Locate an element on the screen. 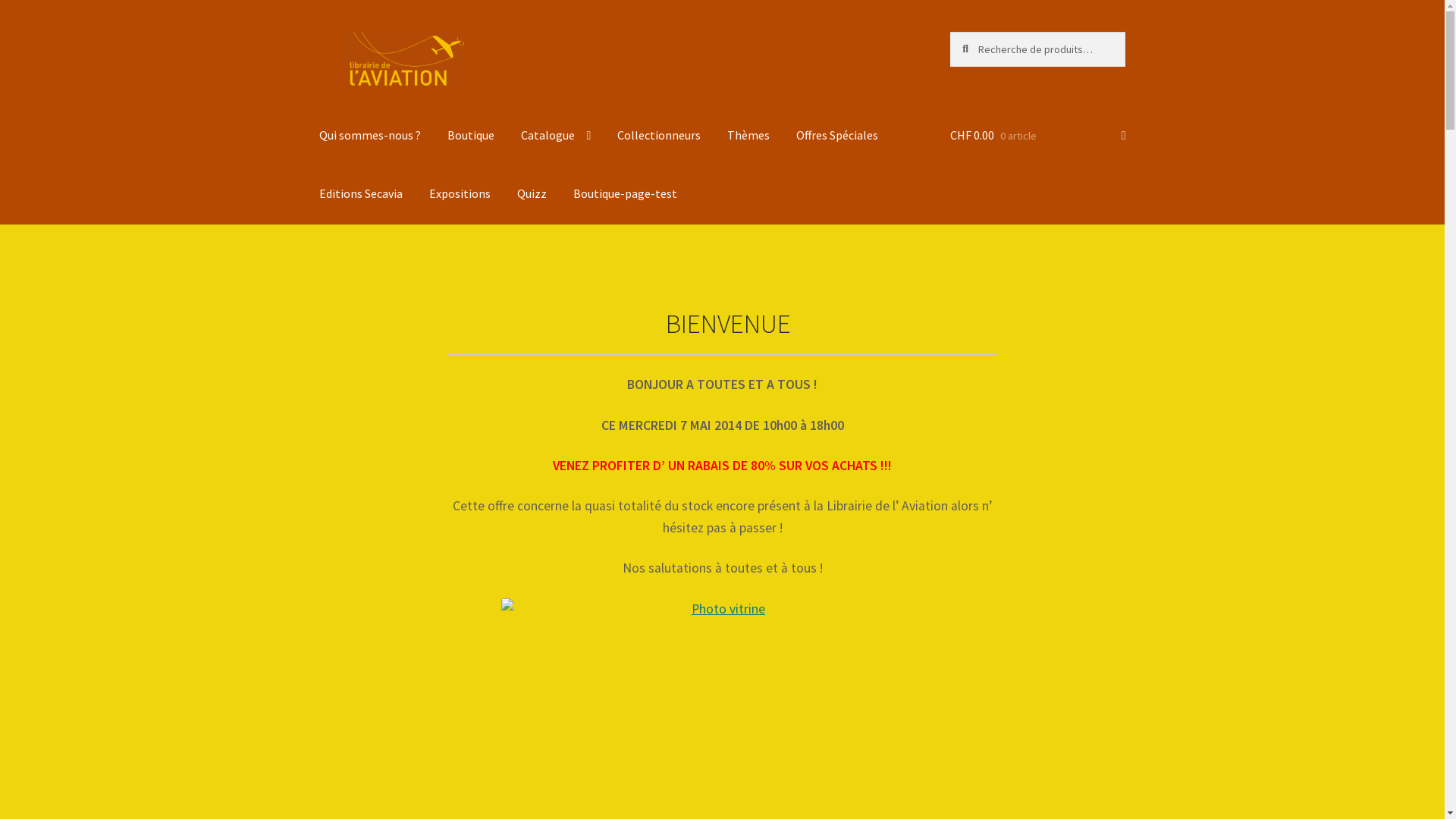 Image resolution: width=1456 pixels, height=819 pixels. 'CHF 0.00 0 article' is located at coordinates (949, 134).